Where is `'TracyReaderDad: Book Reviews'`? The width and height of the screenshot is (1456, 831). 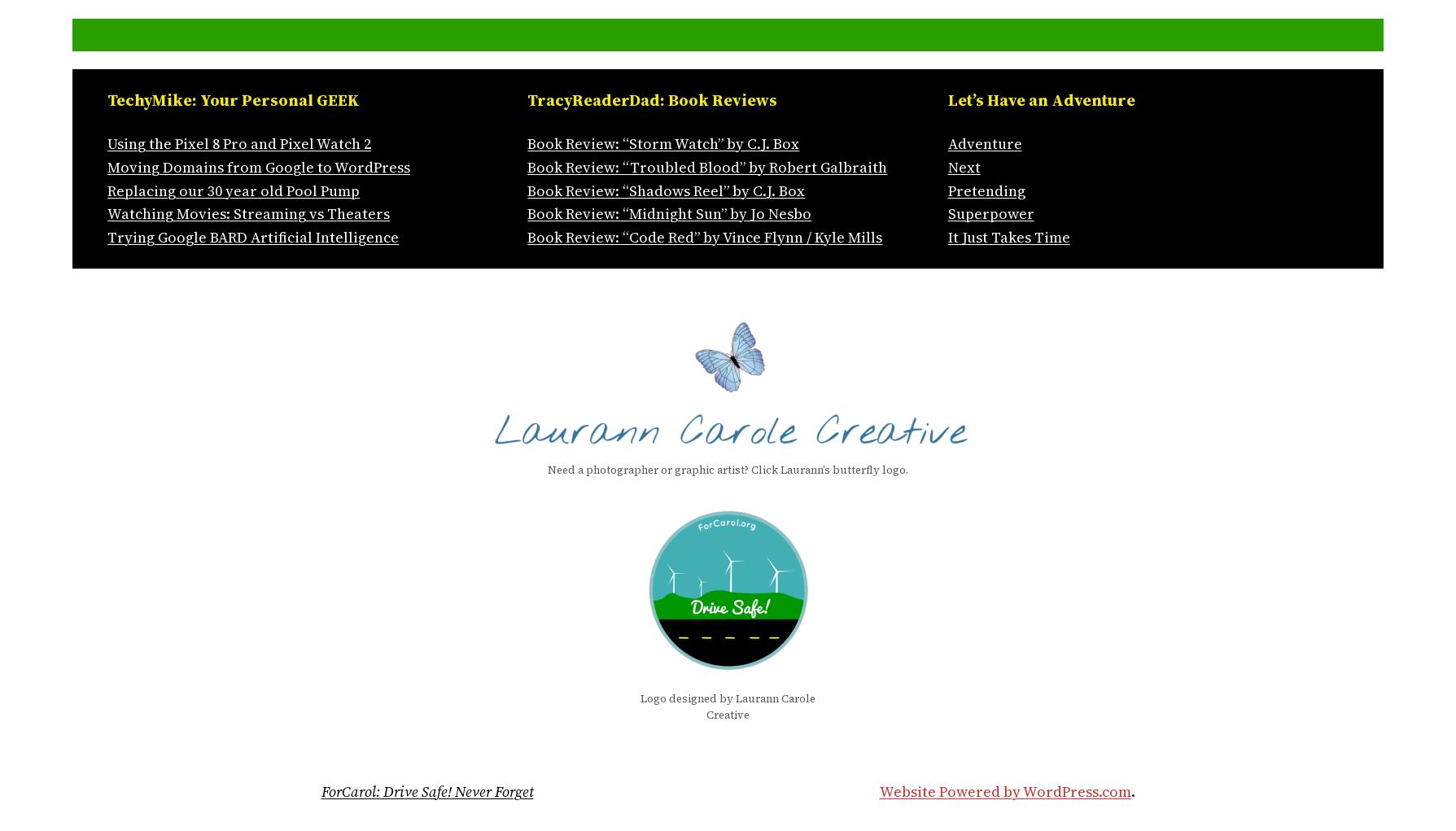
'TracyReaderDad: Book Reviews' is located at coordinates (652, 100).